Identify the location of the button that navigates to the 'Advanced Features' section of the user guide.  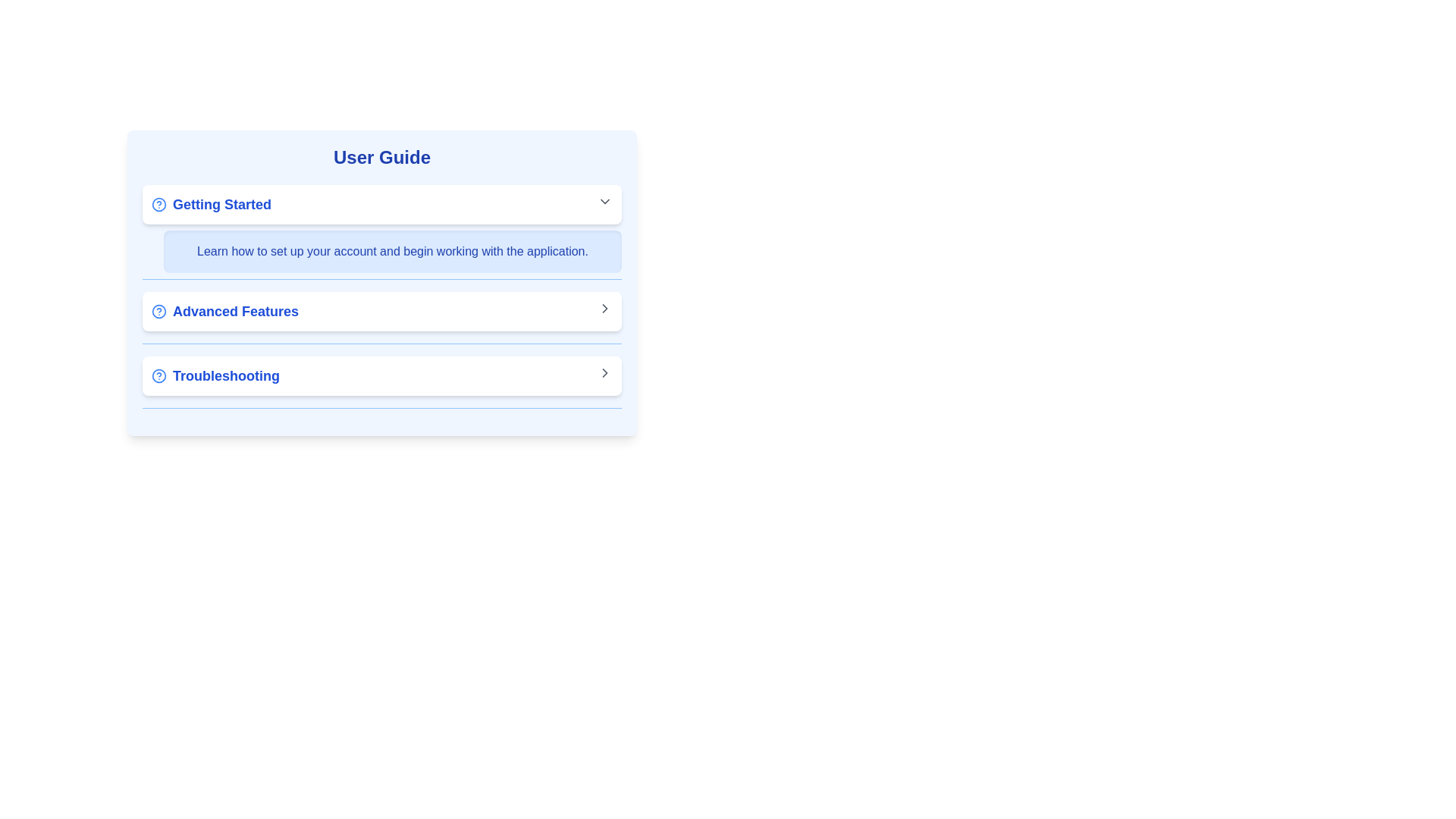
(382, 311).